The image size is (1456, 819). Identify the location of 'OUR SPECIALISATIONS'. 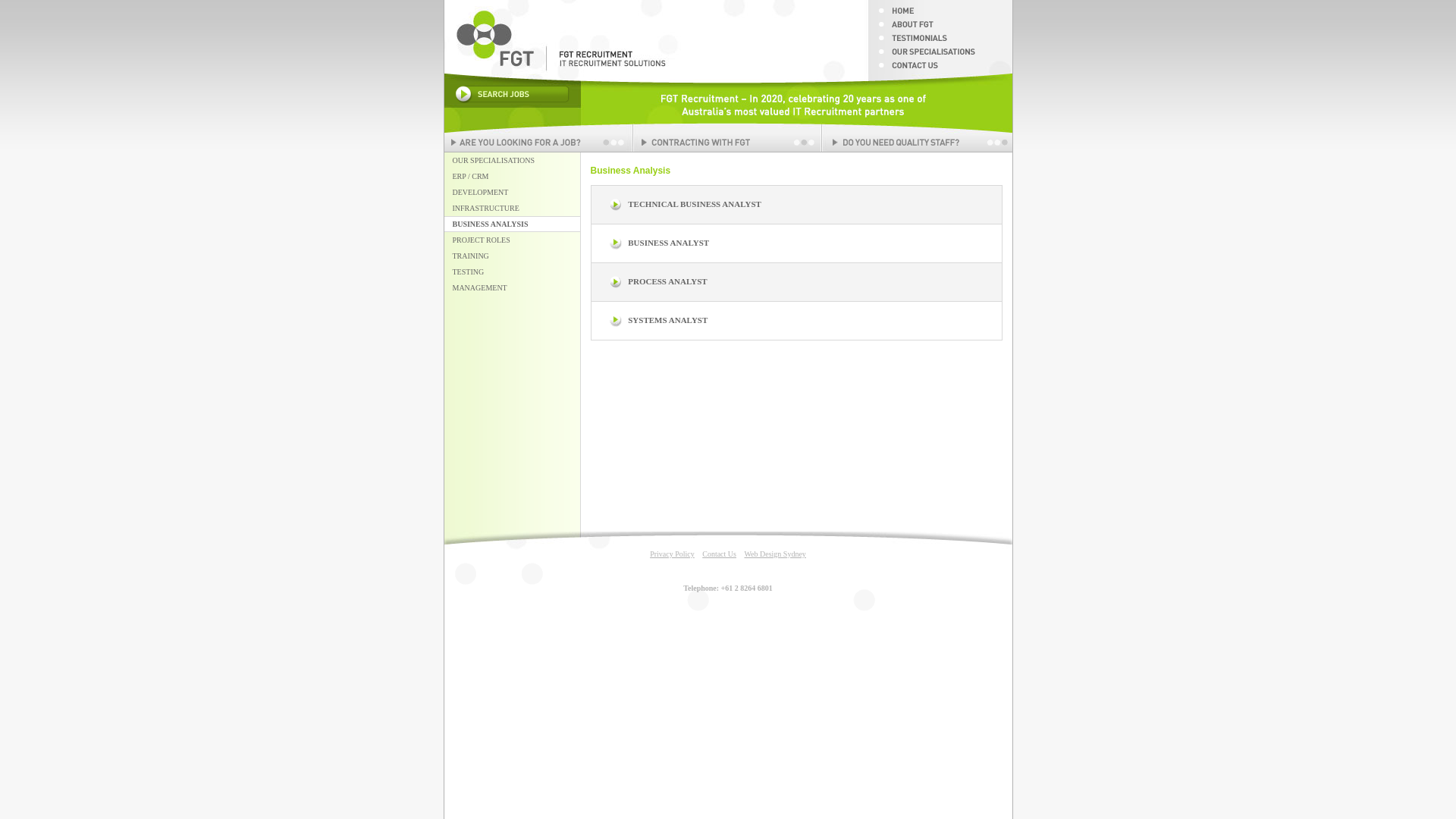
(513, 160).